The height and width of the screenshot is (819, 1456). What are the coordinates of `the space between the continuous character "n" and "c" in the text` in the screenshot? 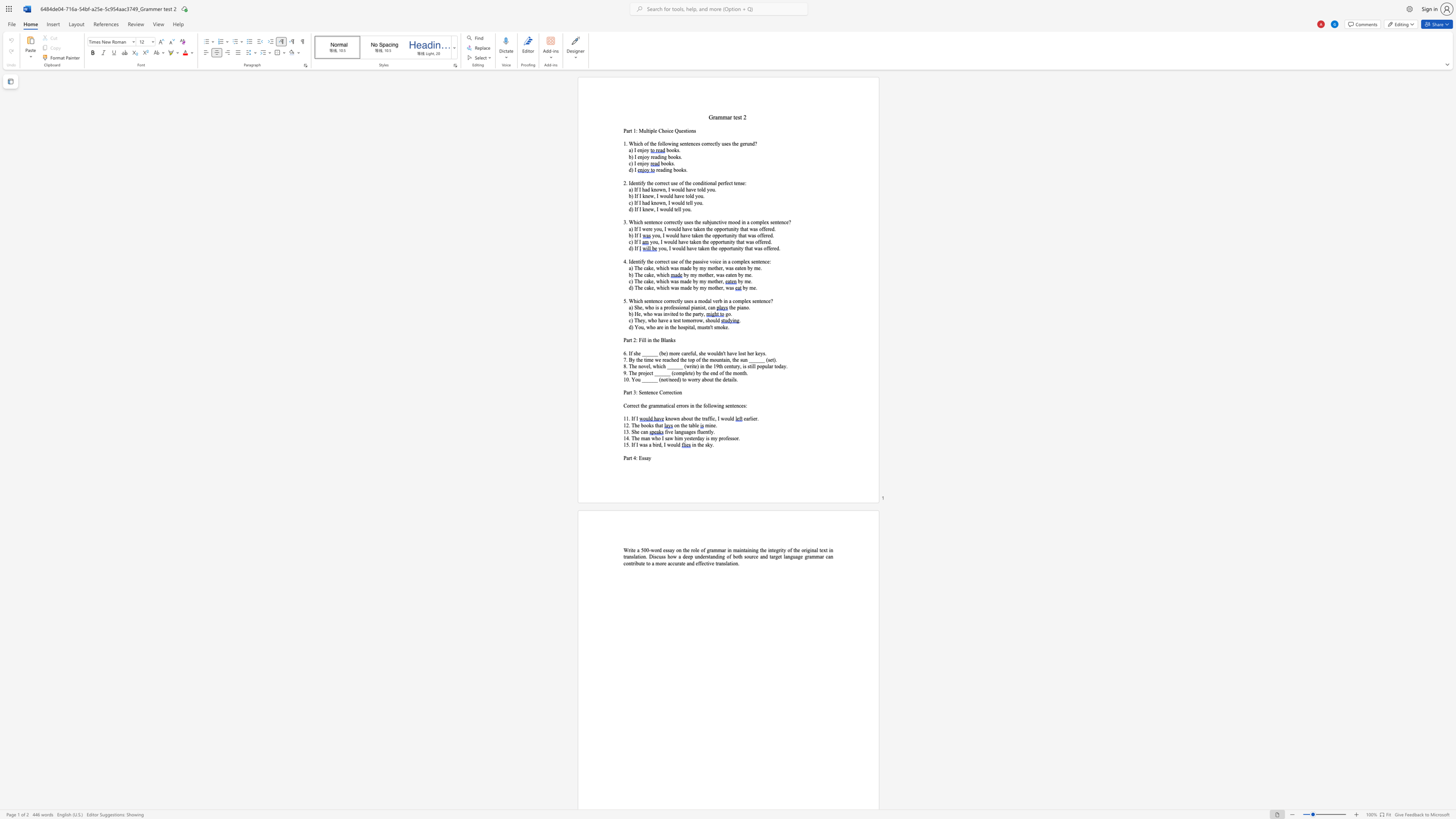 It's located at (693, 144).